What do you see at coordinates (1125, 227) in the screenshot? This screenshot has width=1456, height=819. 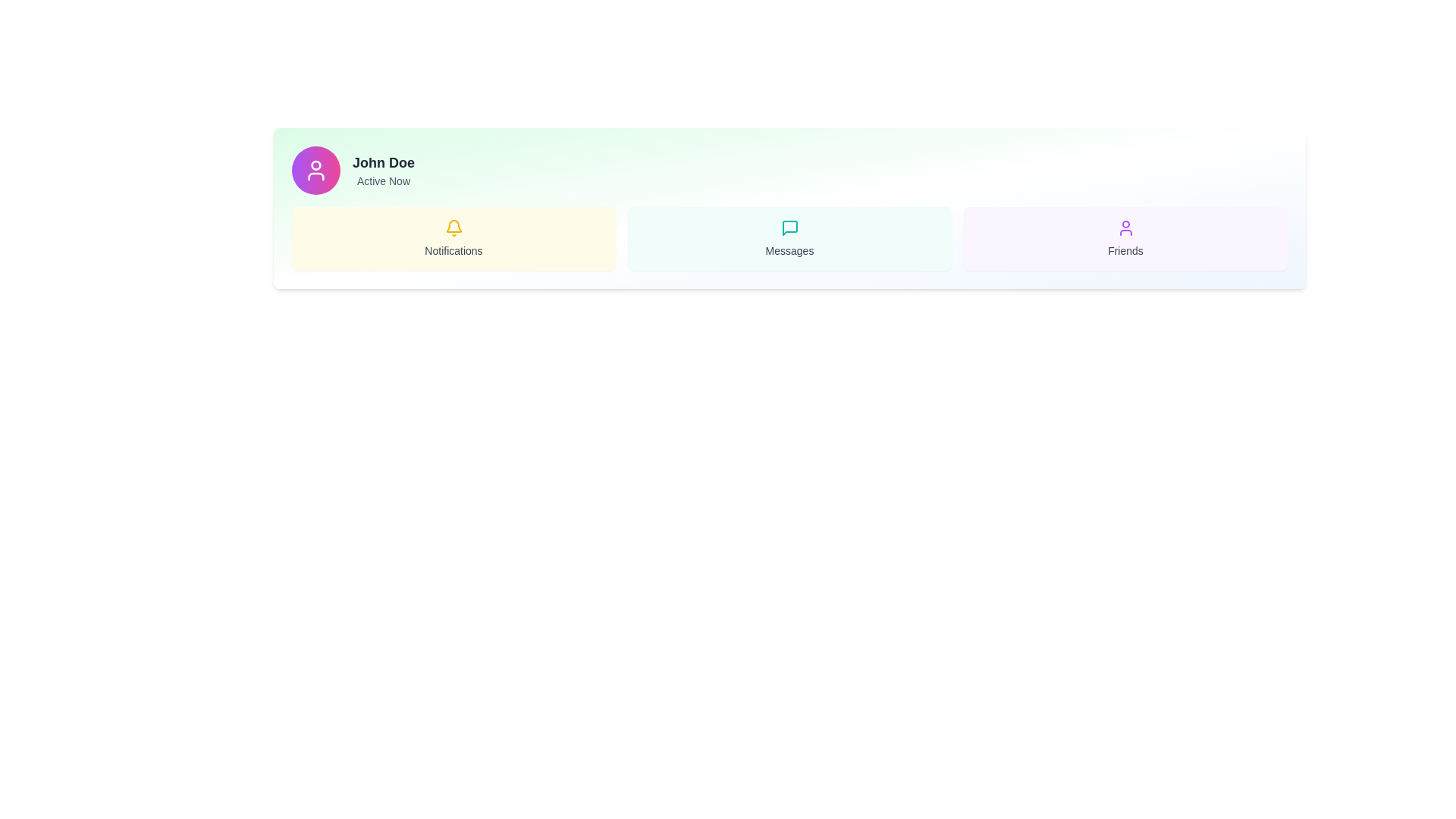 I see `the user silhouette icon with a purple outline located within the 'Friends' section, which has a light purple background and is identified by the 'Friends' label below it` at bounding box center [1125, 227].